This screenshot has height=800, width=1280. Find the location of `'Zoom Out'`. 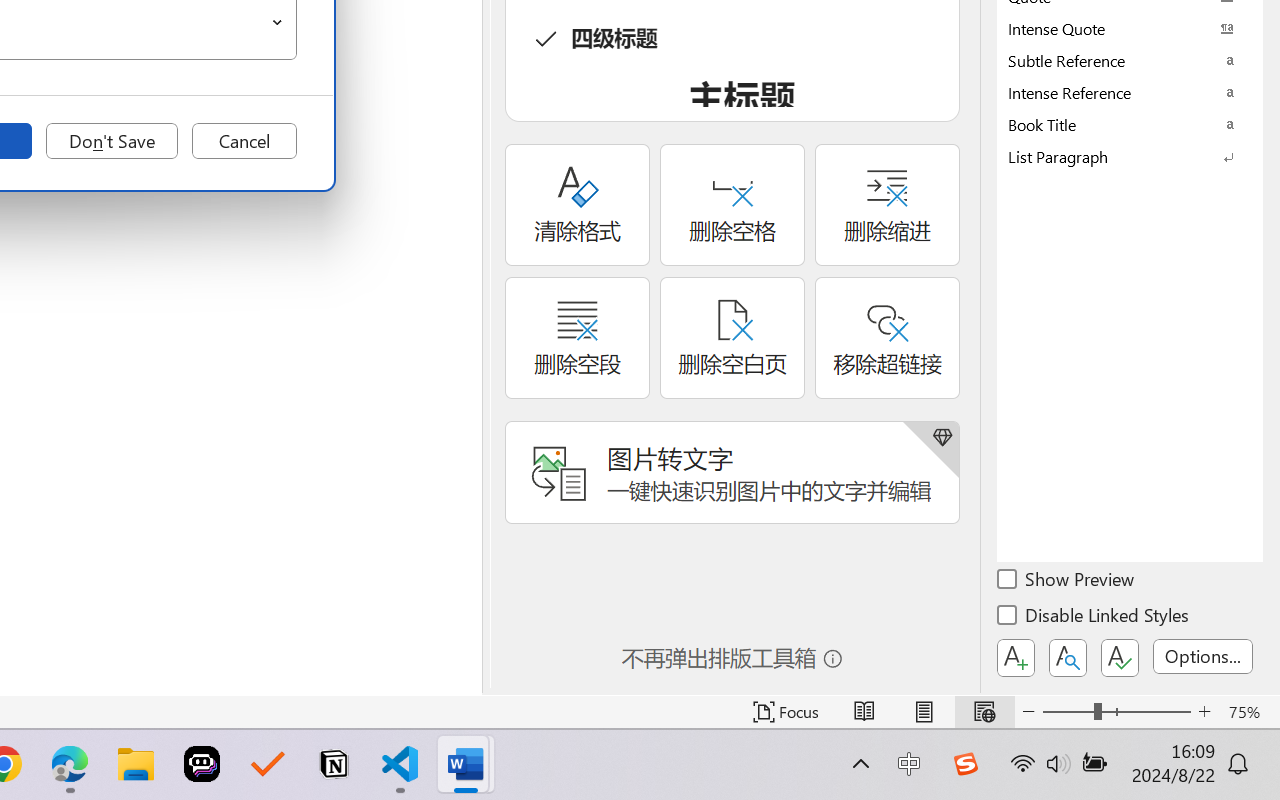

'Zoom Out' is located at coordinates (1067, 711).